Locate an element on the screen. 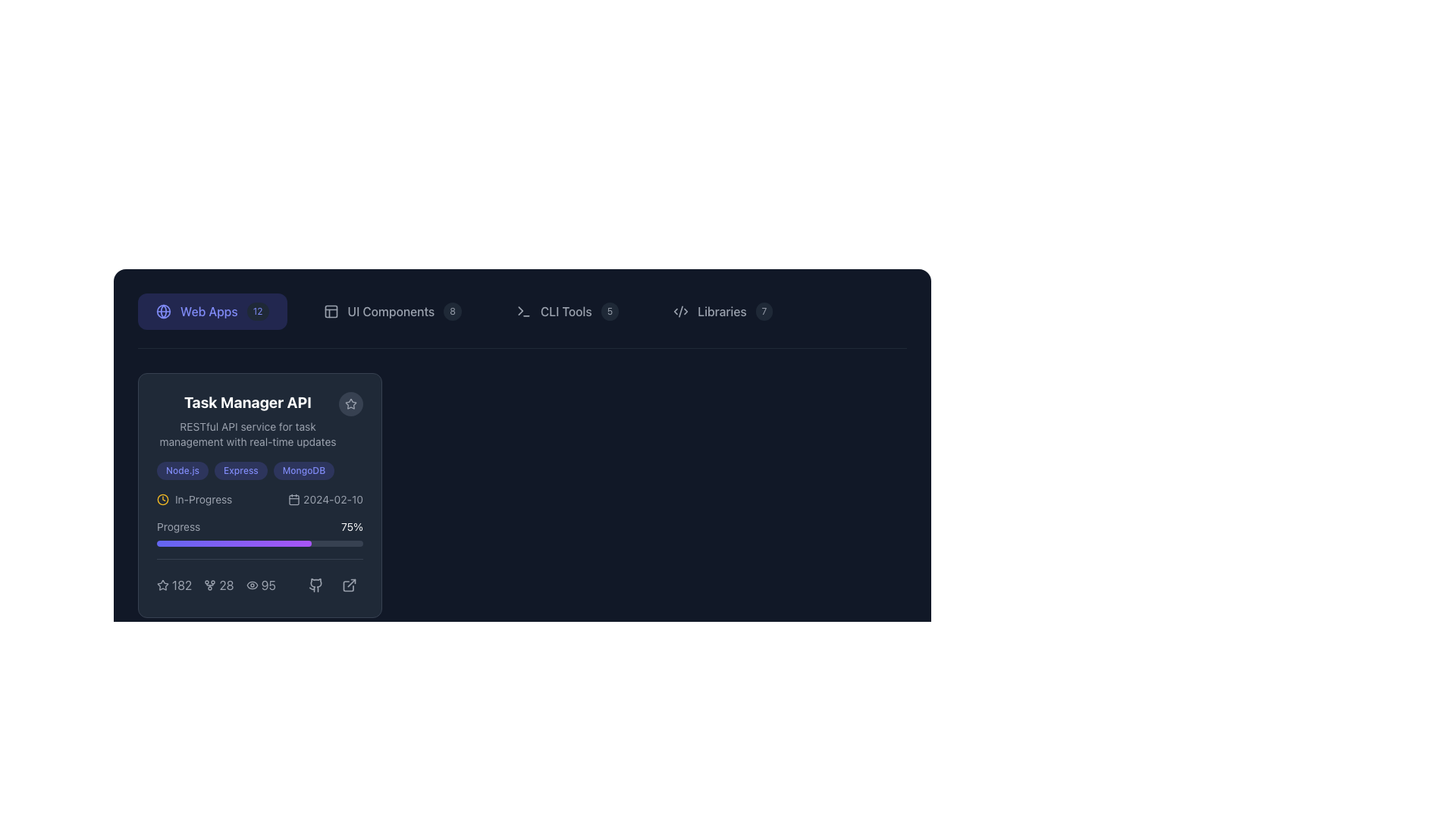 The width and height of the screenshot is (1456, 819). the 'CLI Tools' menu item in the horizontal navigation bar is located at coordinates (522, 320).